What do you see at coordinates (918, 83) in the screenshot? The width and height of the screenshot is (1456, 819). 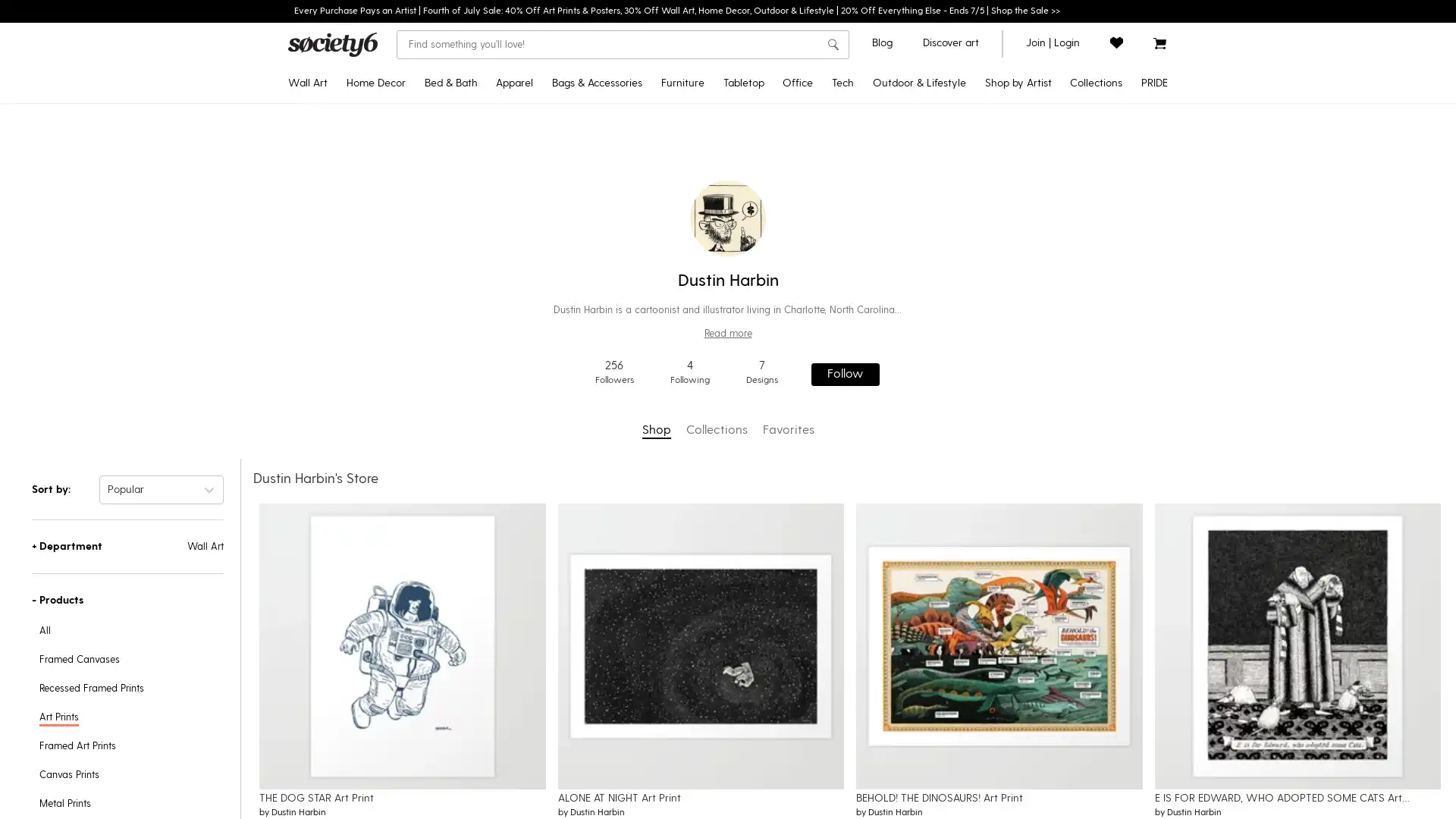 I see `Outdoor & Lifestyle` at bounding box center [918, 83].